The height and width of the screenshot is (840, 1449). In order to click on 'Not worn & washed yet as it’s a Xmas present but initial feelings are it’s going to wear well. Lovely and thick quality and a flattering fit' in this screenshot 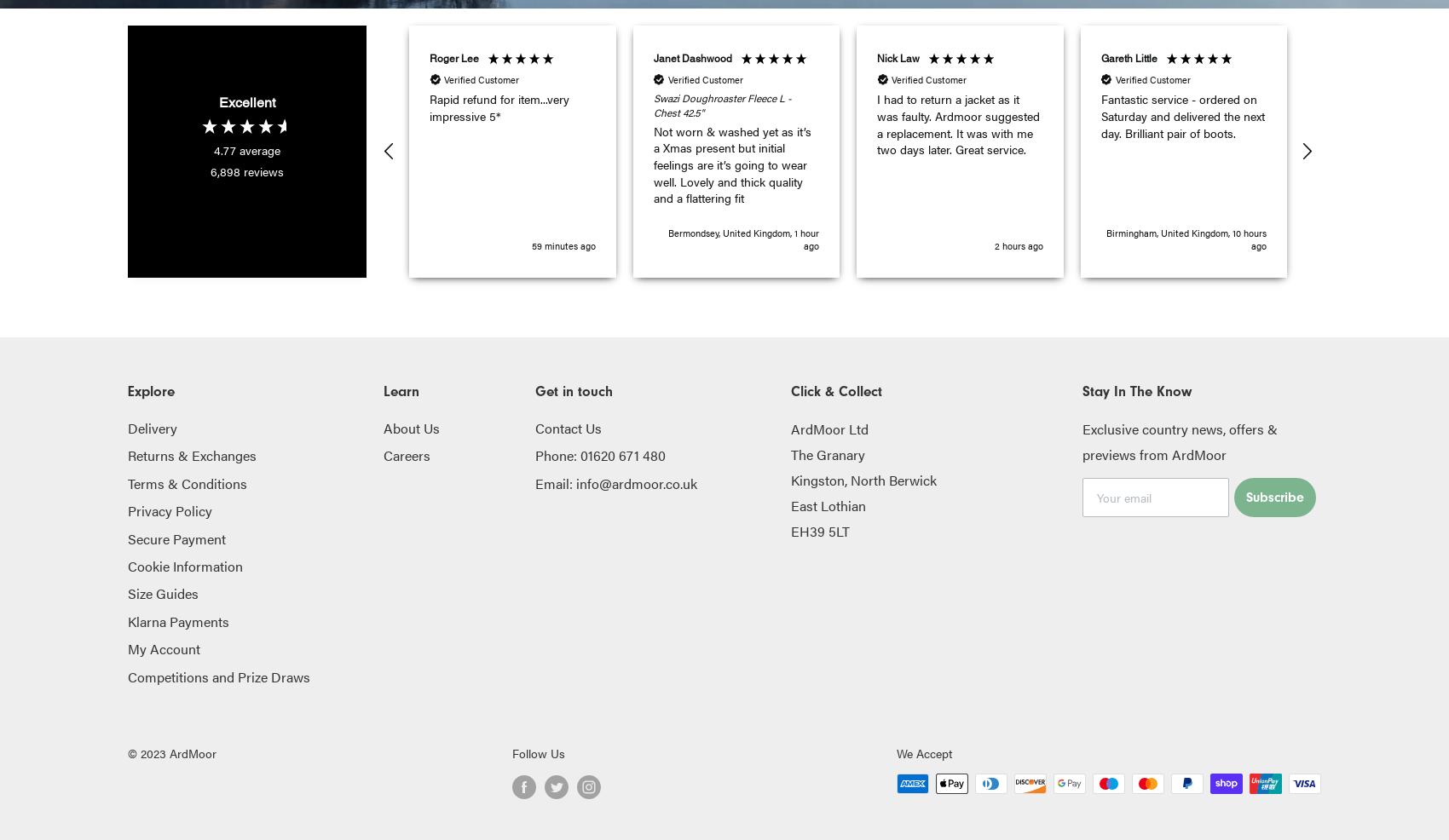, I will do `click(731, 163)`.